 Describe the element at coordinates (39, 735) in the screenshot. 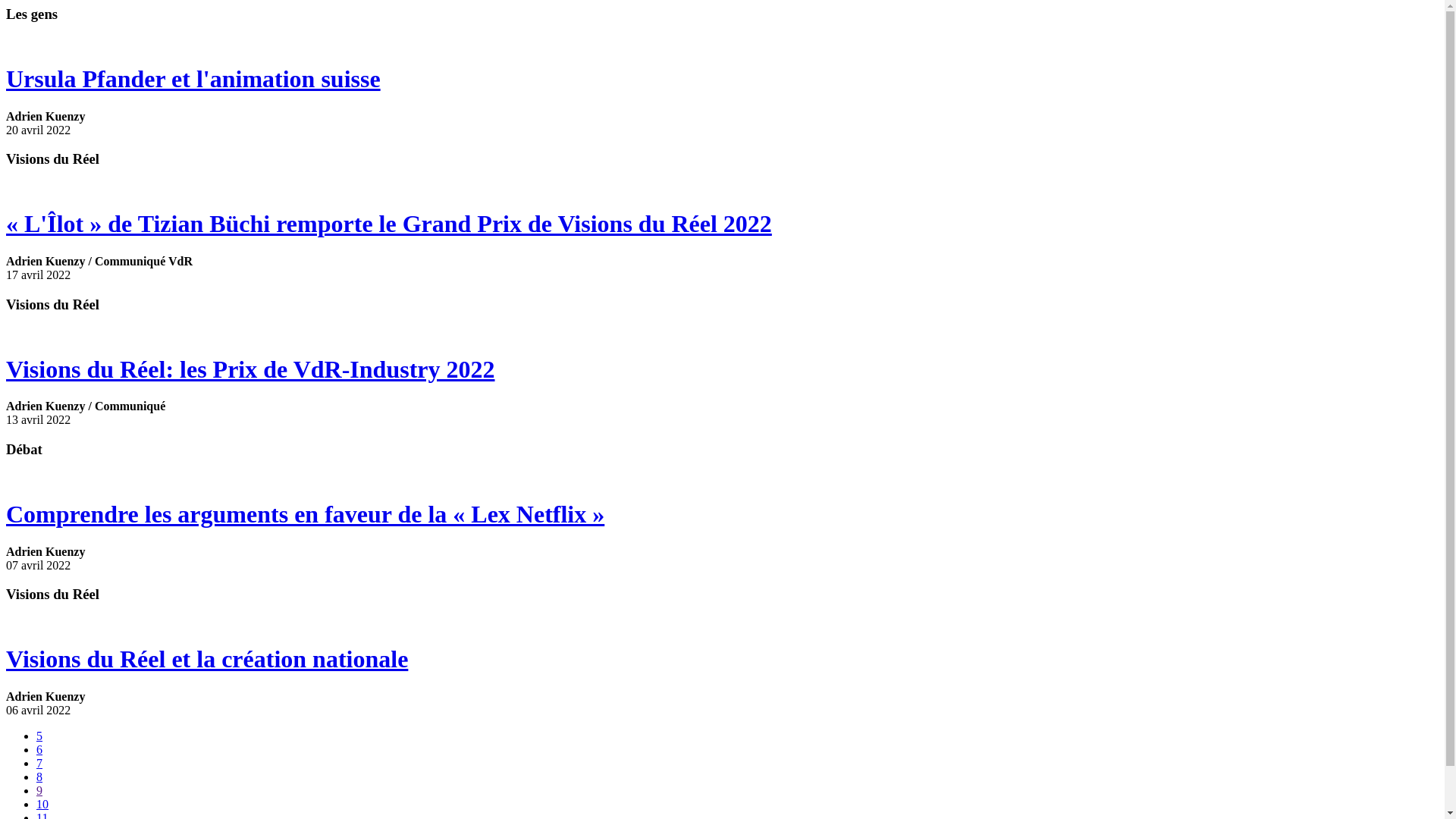

I see `'5'` at that location.